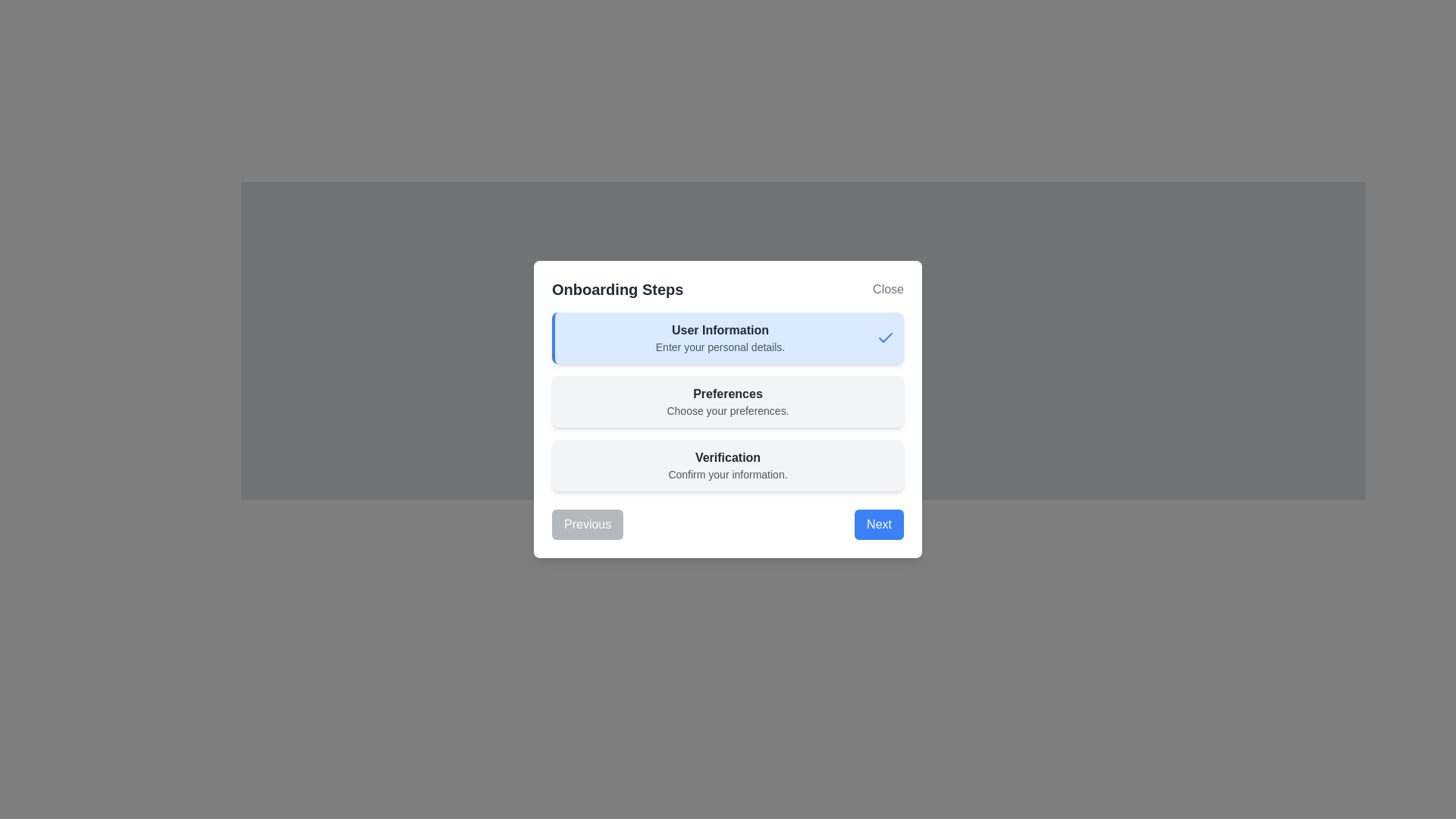  I want to click on the blue checkmark icon indicating the completion of the 'User Information' step in the onboarding process, so click(885, 336).